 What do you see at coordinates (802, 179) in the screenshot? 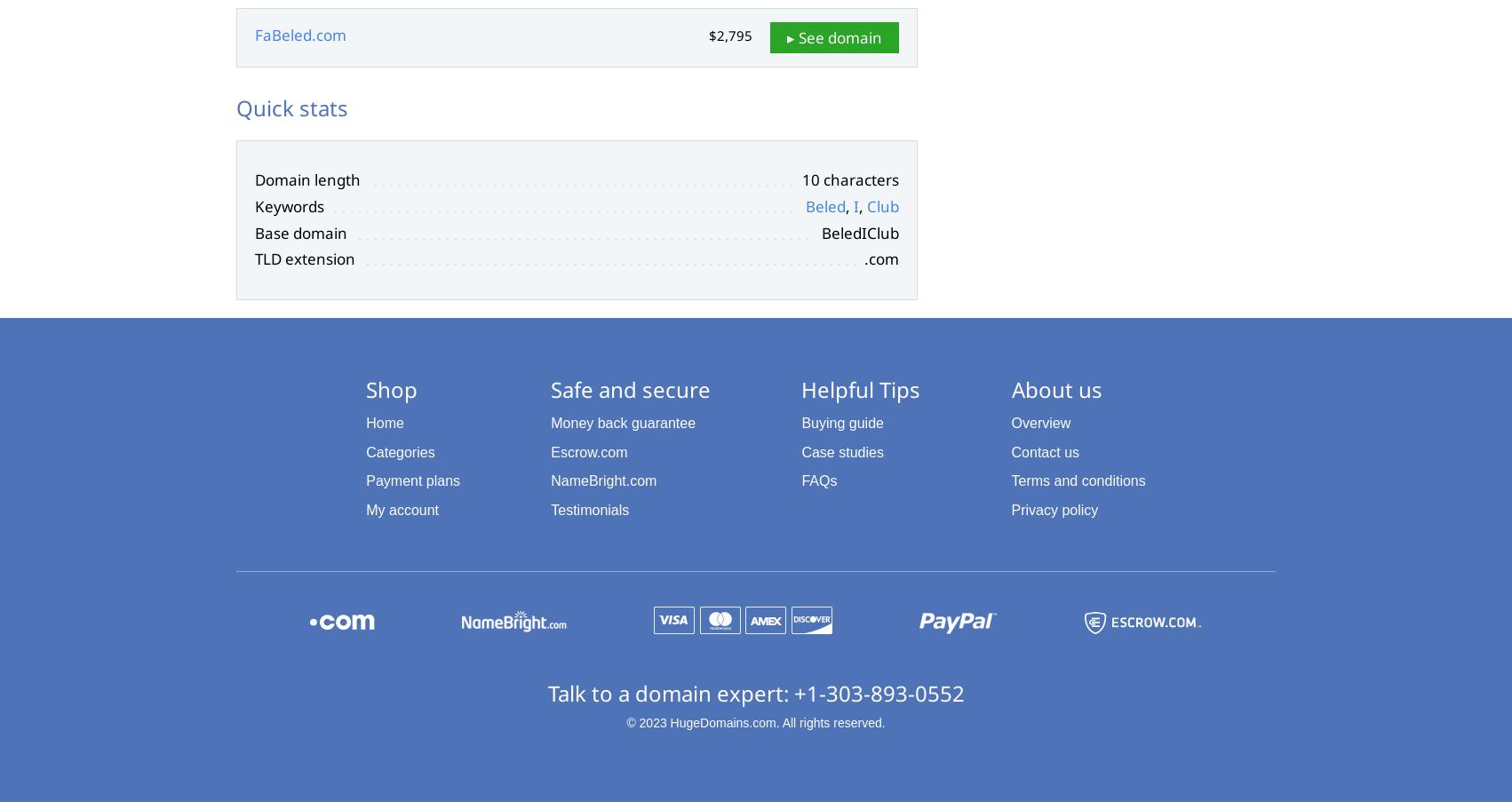
I see `'10 characters'` at bounding box center [802, 179].